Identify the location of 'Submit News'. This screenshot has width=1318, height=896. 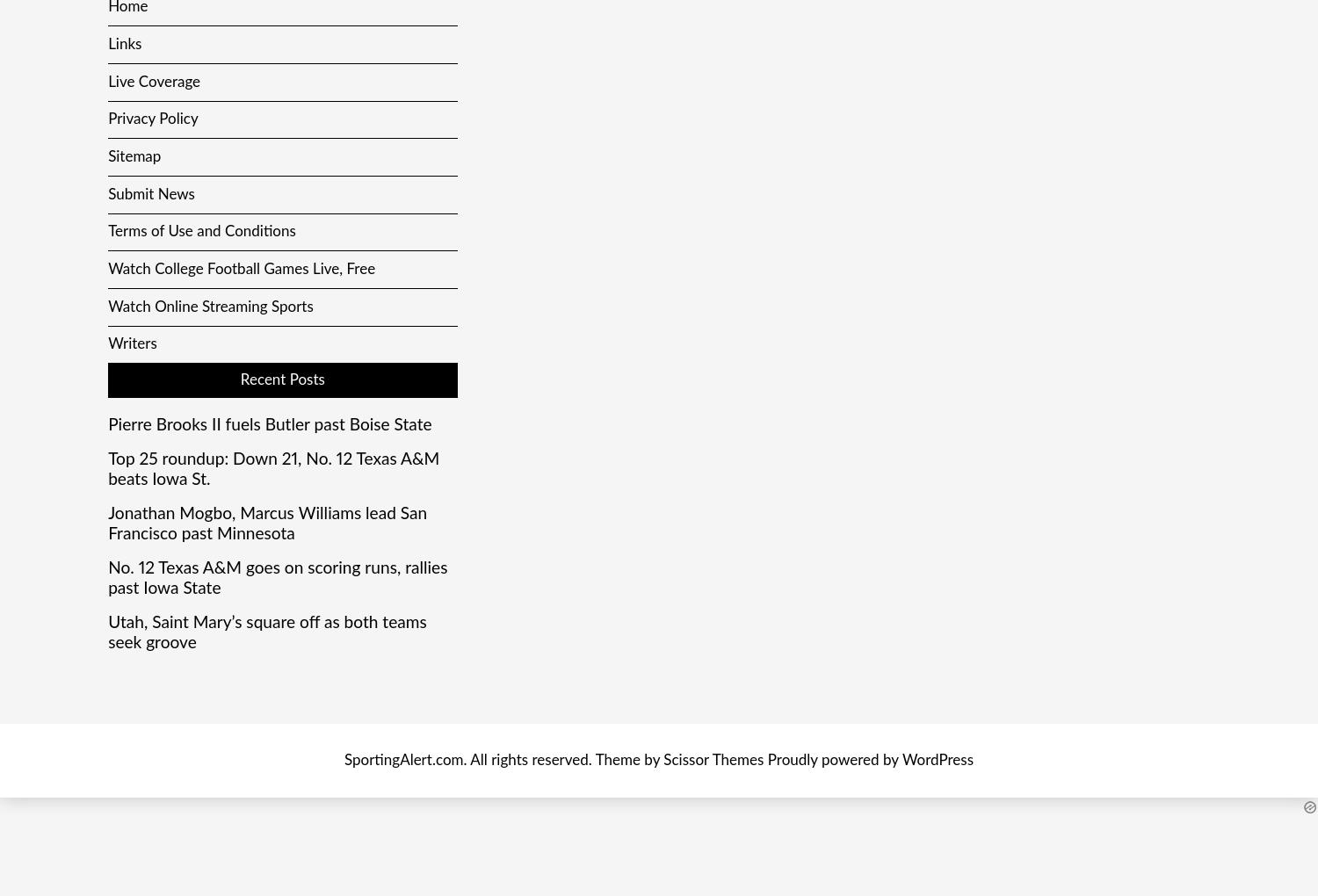
(107, 193).